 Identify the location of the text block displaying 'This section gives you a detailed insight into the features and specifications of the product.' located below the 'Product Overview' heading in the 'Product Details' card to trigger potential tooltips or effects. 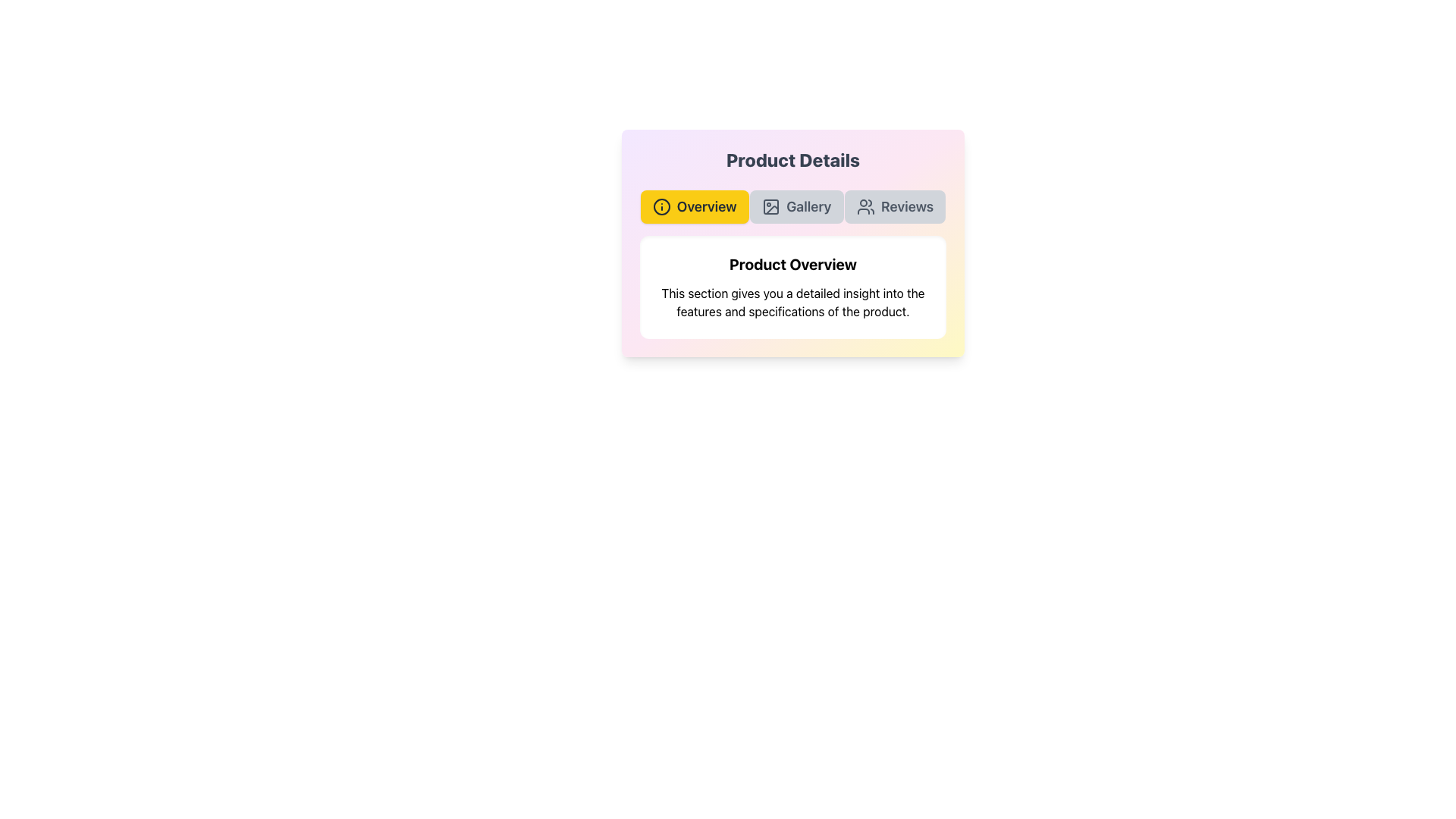
(792, 302).